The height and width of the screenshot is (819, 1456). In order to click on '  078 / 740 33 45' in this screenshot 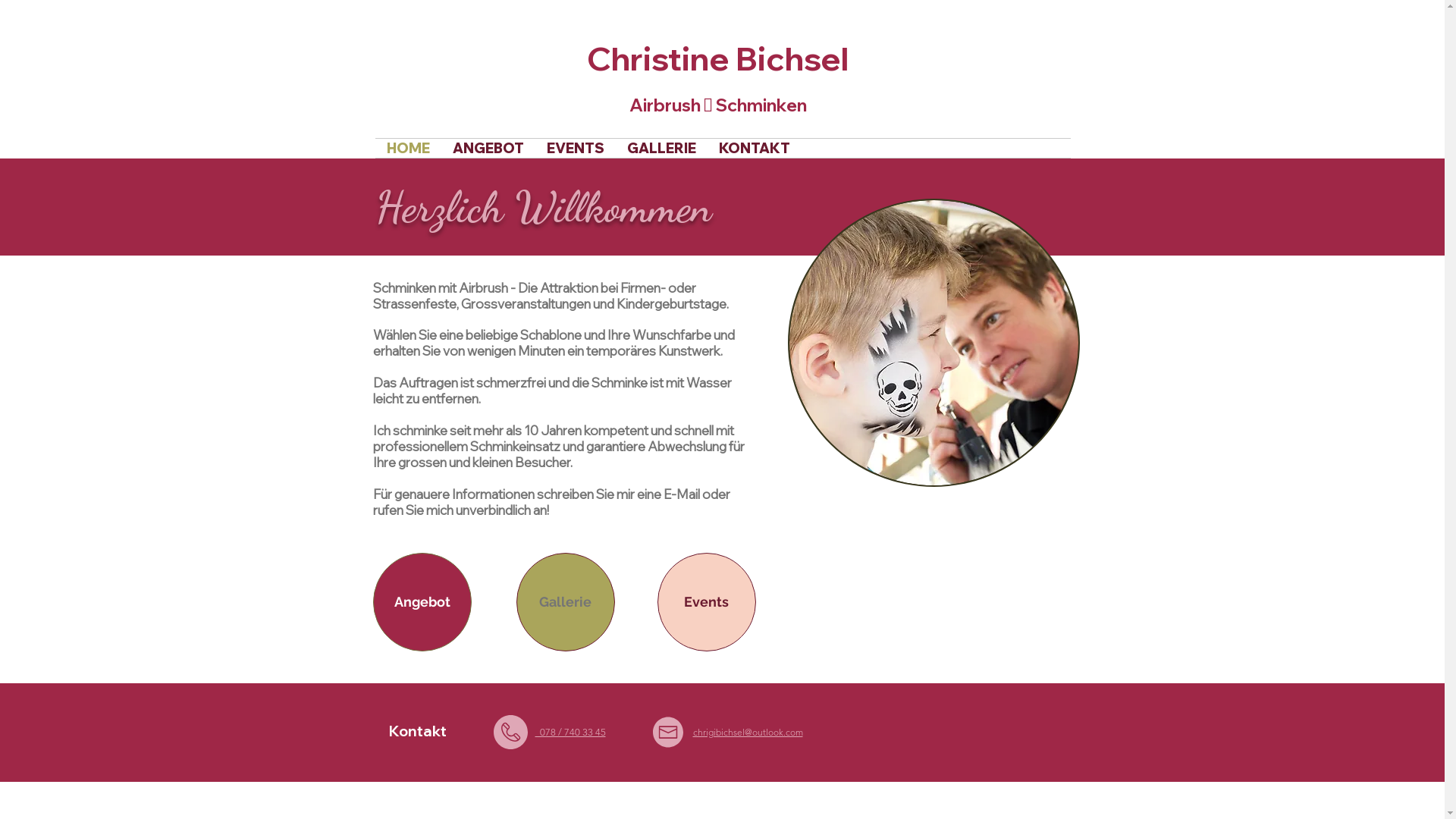, I will do `click(570, 731)`.